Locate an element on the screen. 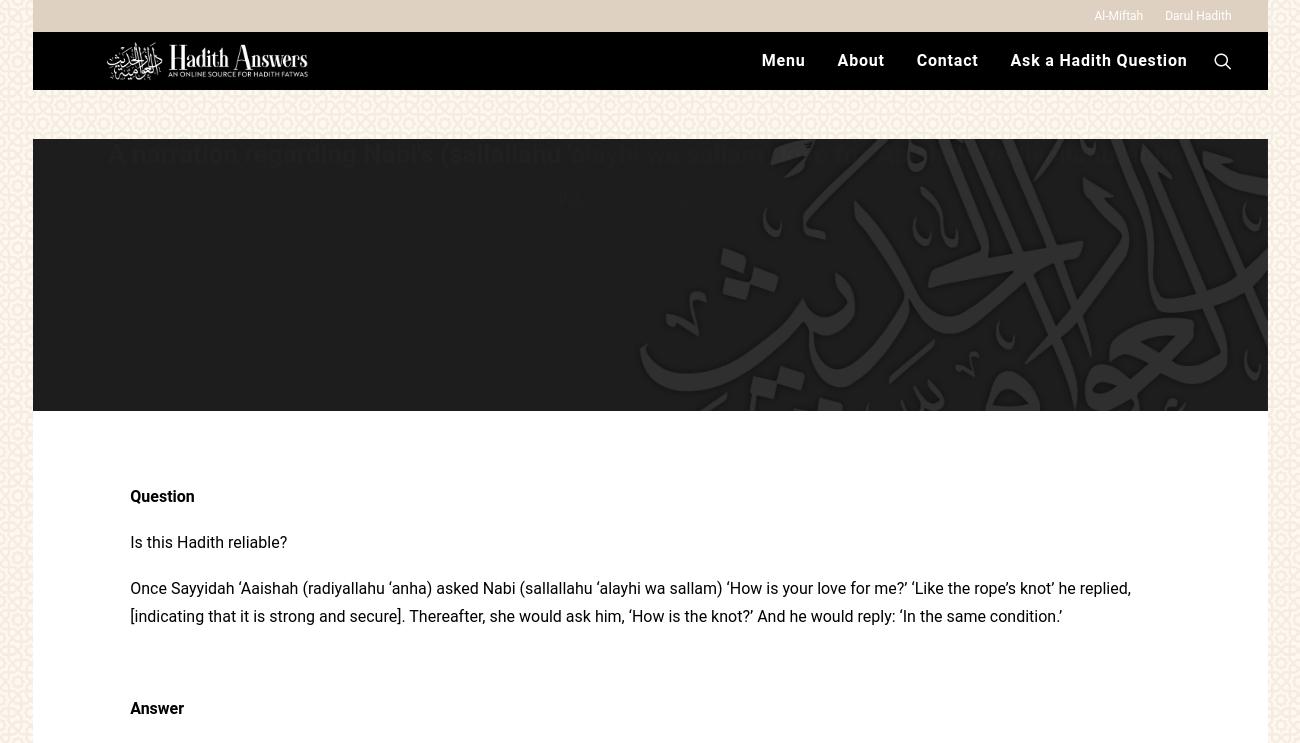  'Is this Hadith reliable?' is located at coordinates (129, 543).